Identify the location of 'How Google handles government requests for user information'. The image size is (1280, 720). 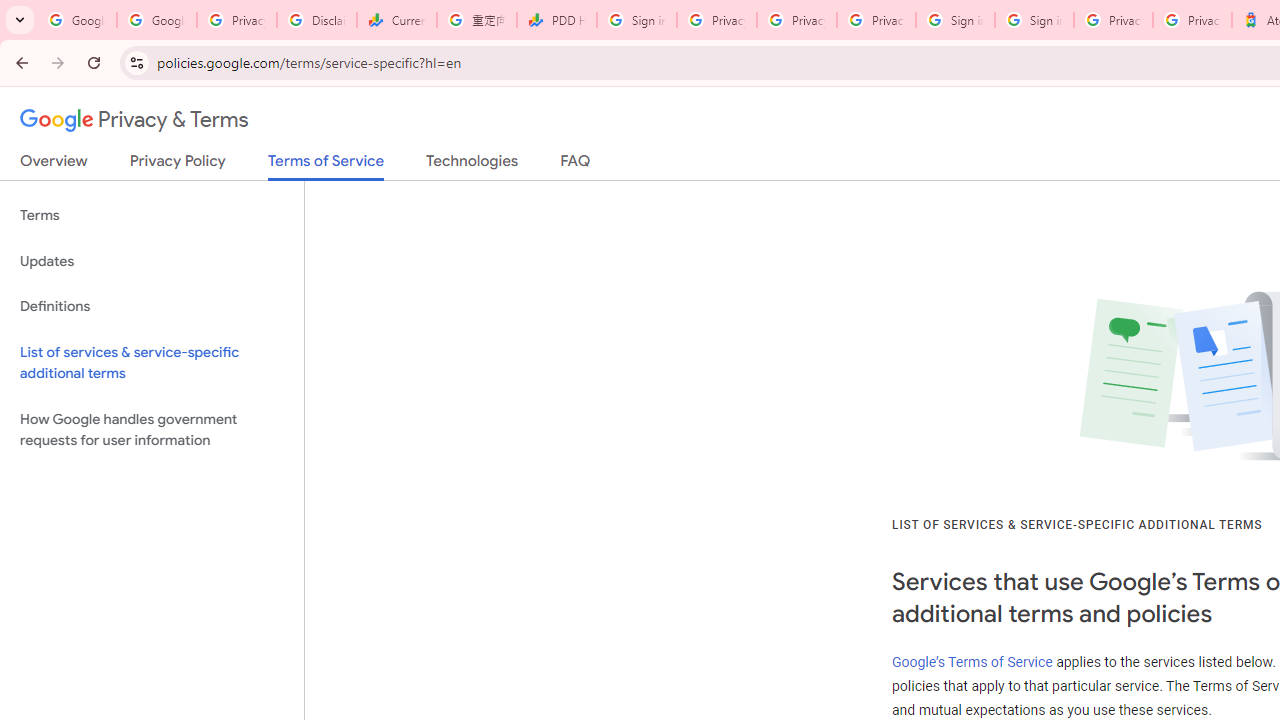
(151, 428).